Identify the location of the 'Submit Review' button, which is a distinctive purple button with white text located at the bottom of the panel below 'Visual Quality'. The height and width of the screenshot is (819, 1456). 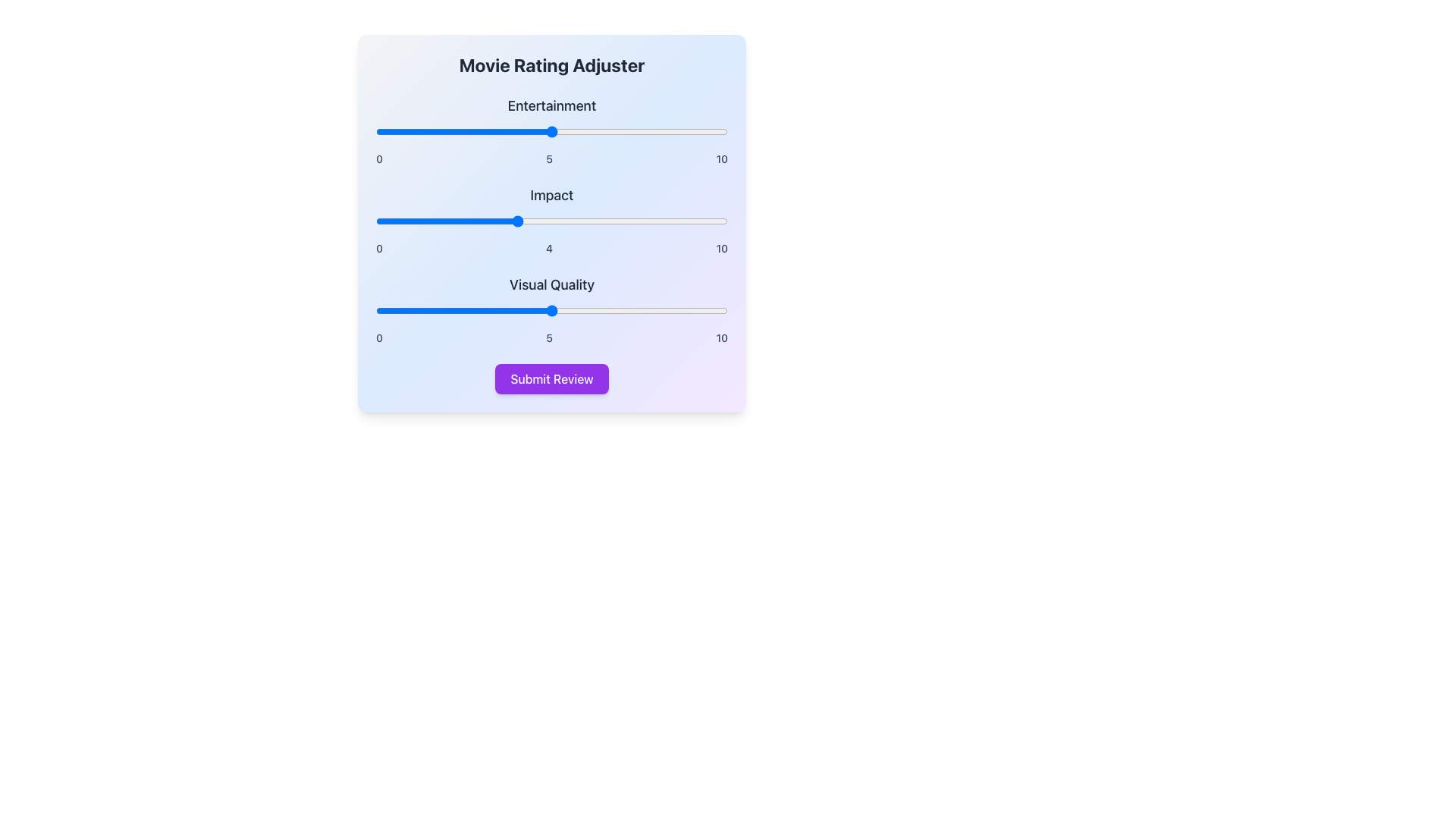
(551, 378).